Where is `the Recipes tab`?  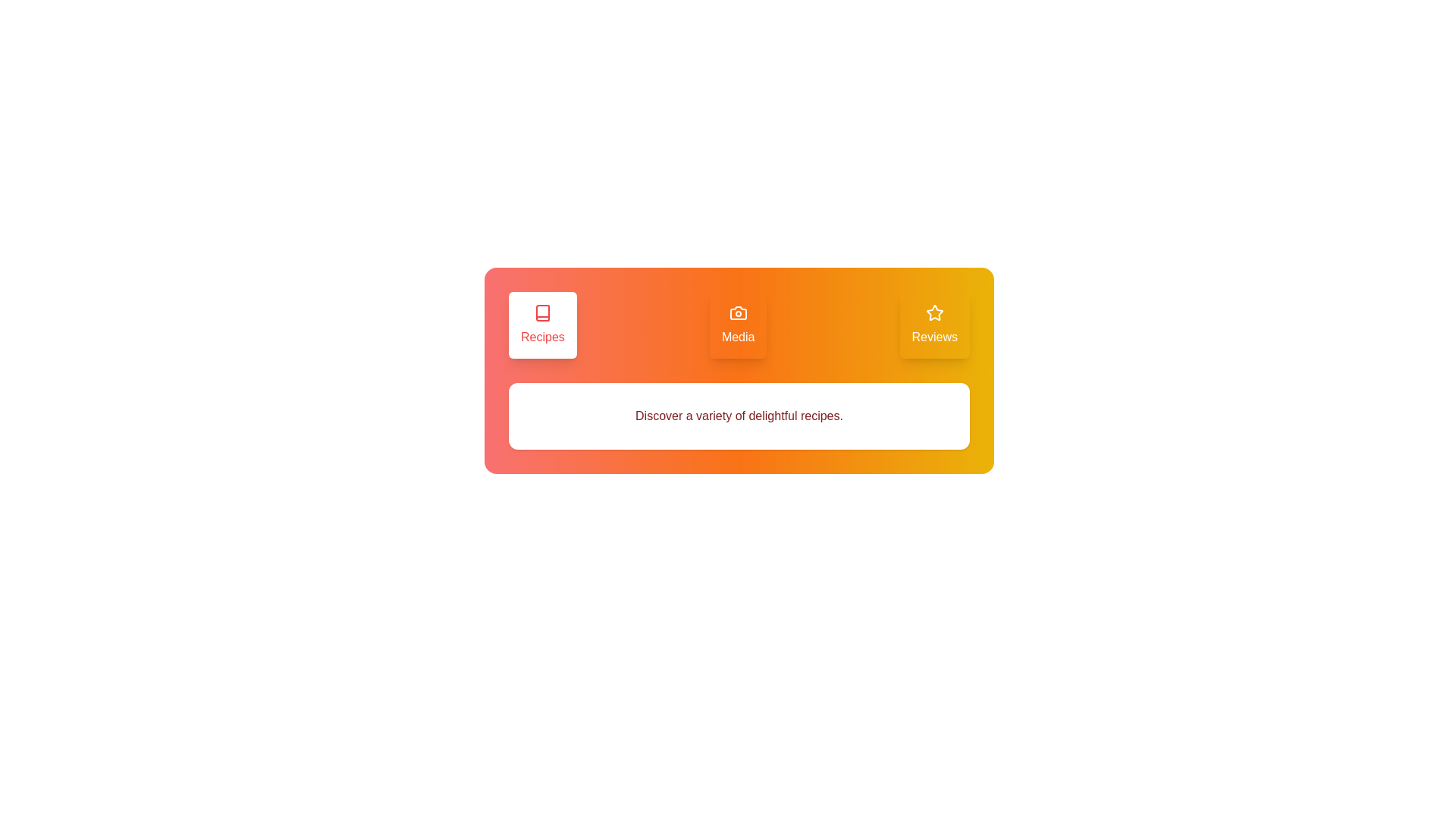
the Recipes tab is located at coordinates (542, 324).